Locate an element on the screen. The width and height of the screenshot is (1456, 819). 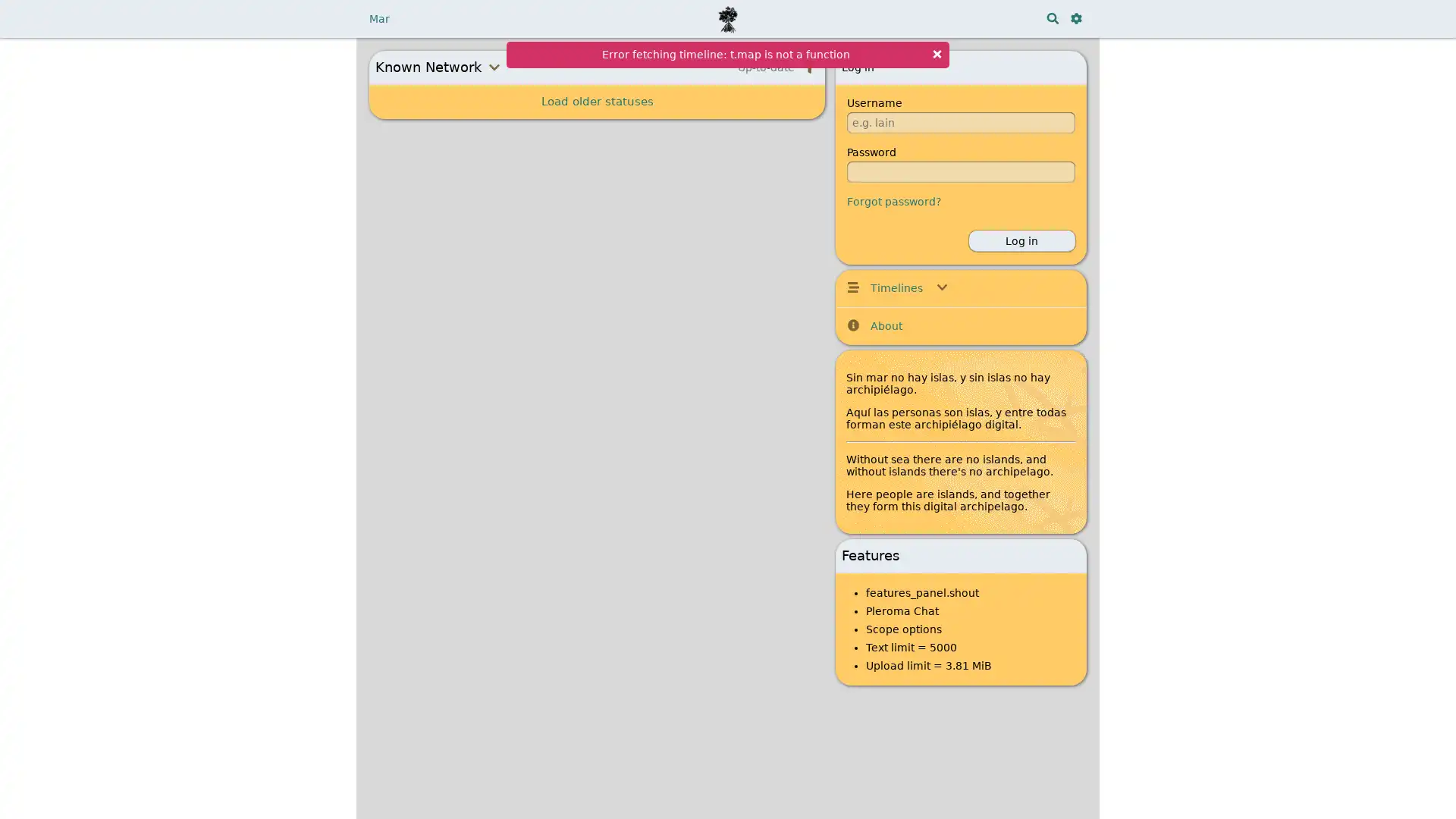
Load older statuses is located at coordinates (596, 102).